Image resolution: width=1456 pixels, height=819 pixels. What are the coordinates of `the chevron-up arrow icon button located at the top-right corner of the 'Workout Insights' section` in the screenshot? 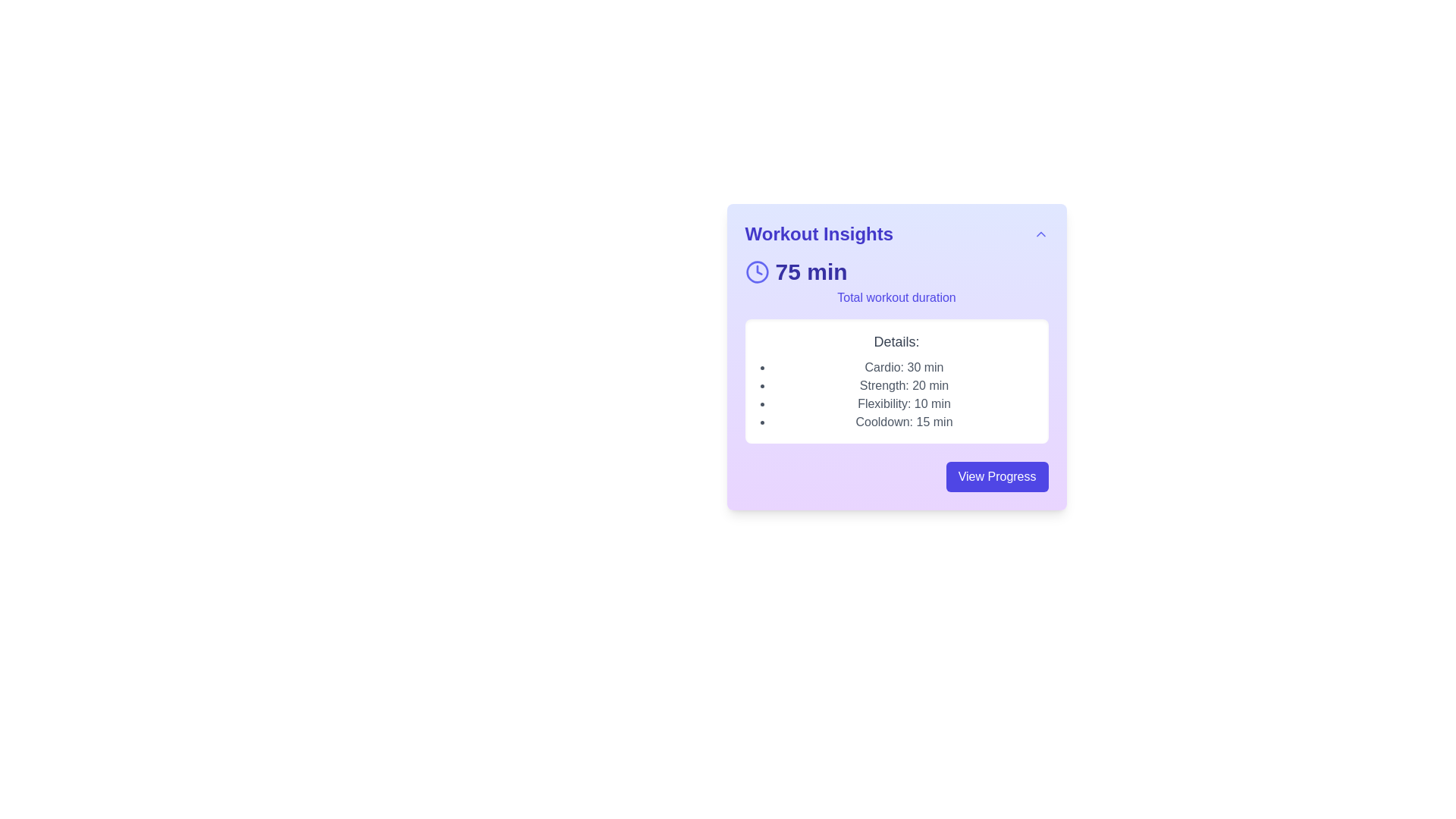 It's located at (1040, 234).